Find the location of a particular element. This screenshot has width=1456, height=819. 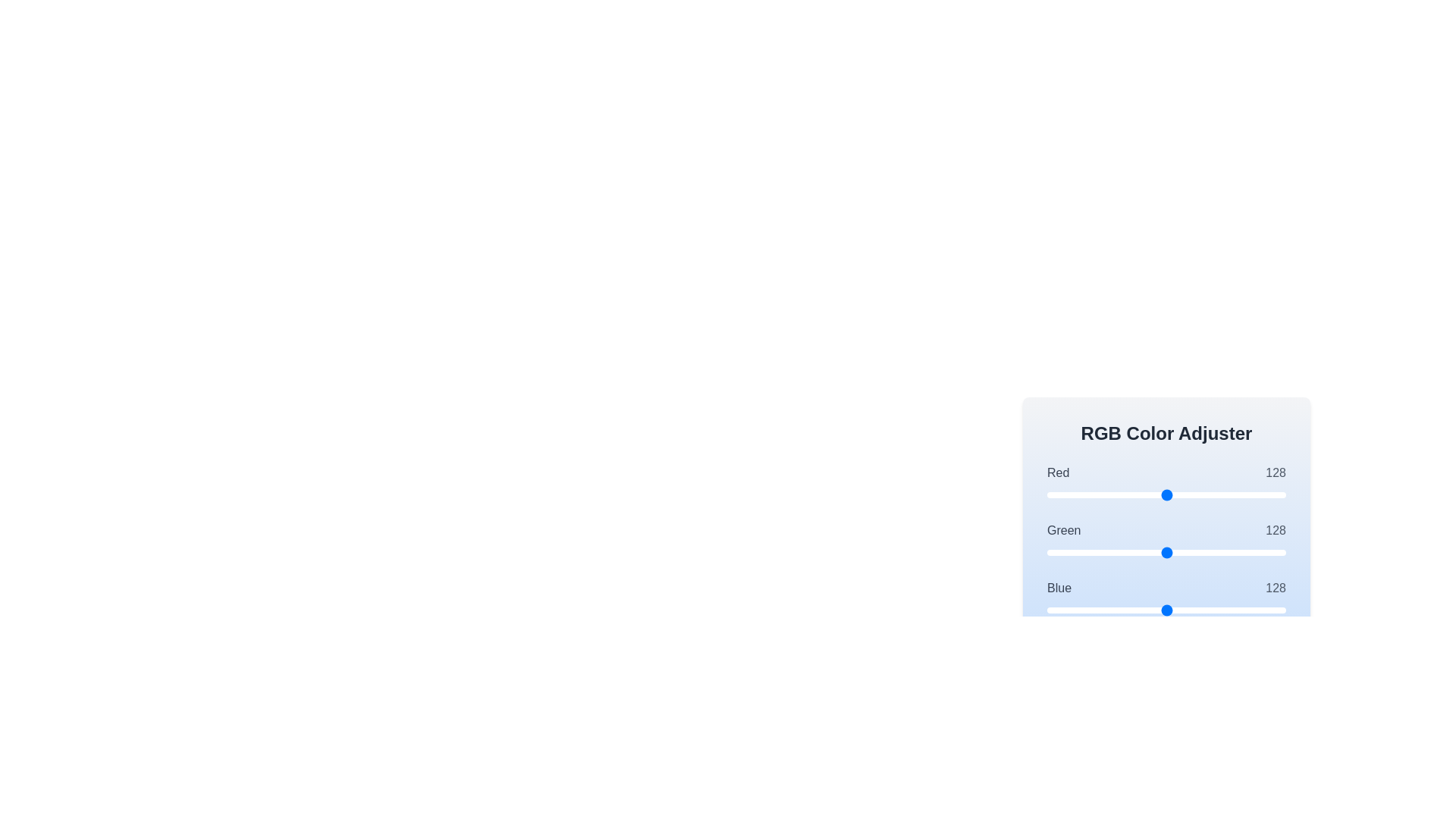

the green slider to 165 where value is between 0 and 255 is located at coordinates (1200, 553).